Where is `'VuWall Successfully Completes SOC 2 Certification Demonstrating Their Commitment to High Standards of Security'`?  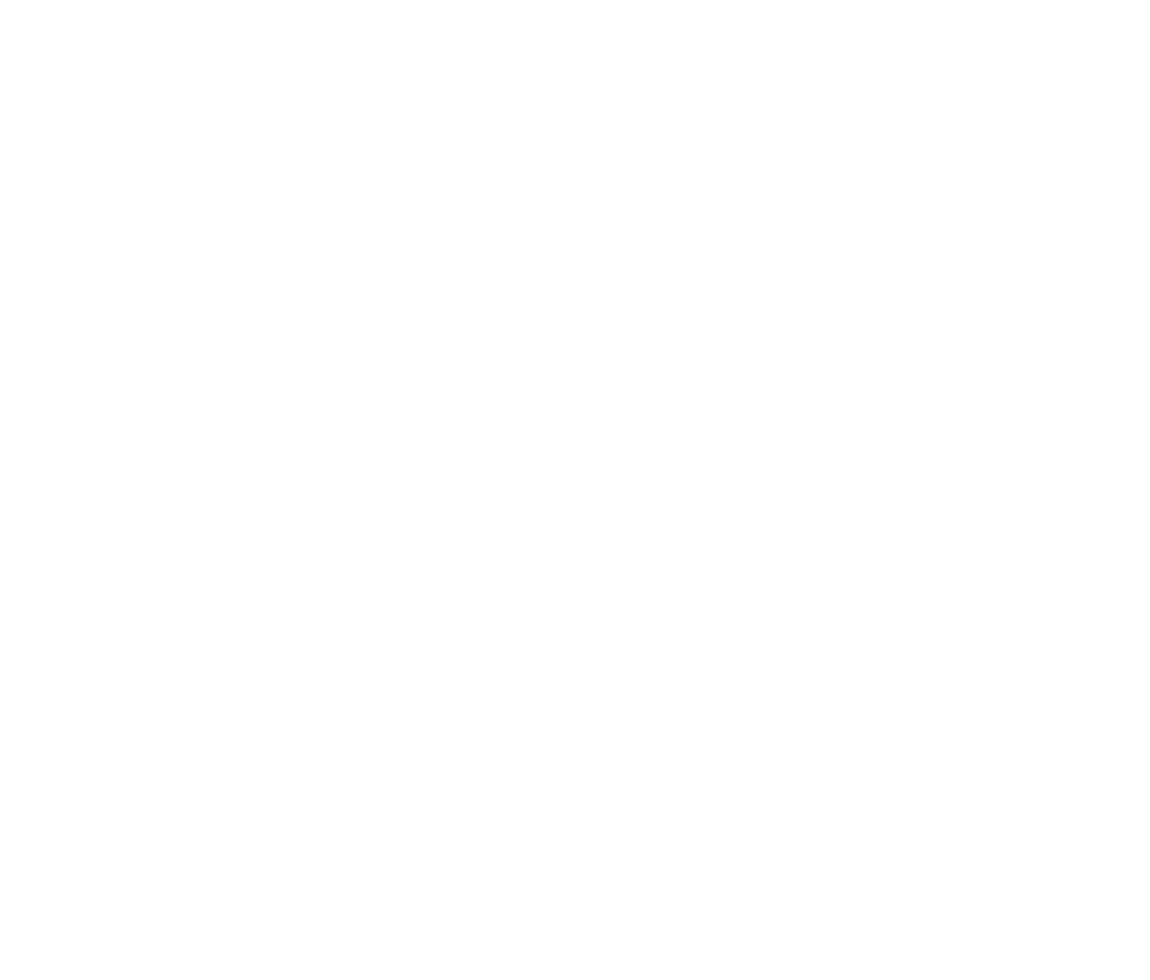 'VuWall Successfully Completes SOC 2 Certification Demonstrating Their Commitment to High Standards of Security' is located at coordinates (435, 700).